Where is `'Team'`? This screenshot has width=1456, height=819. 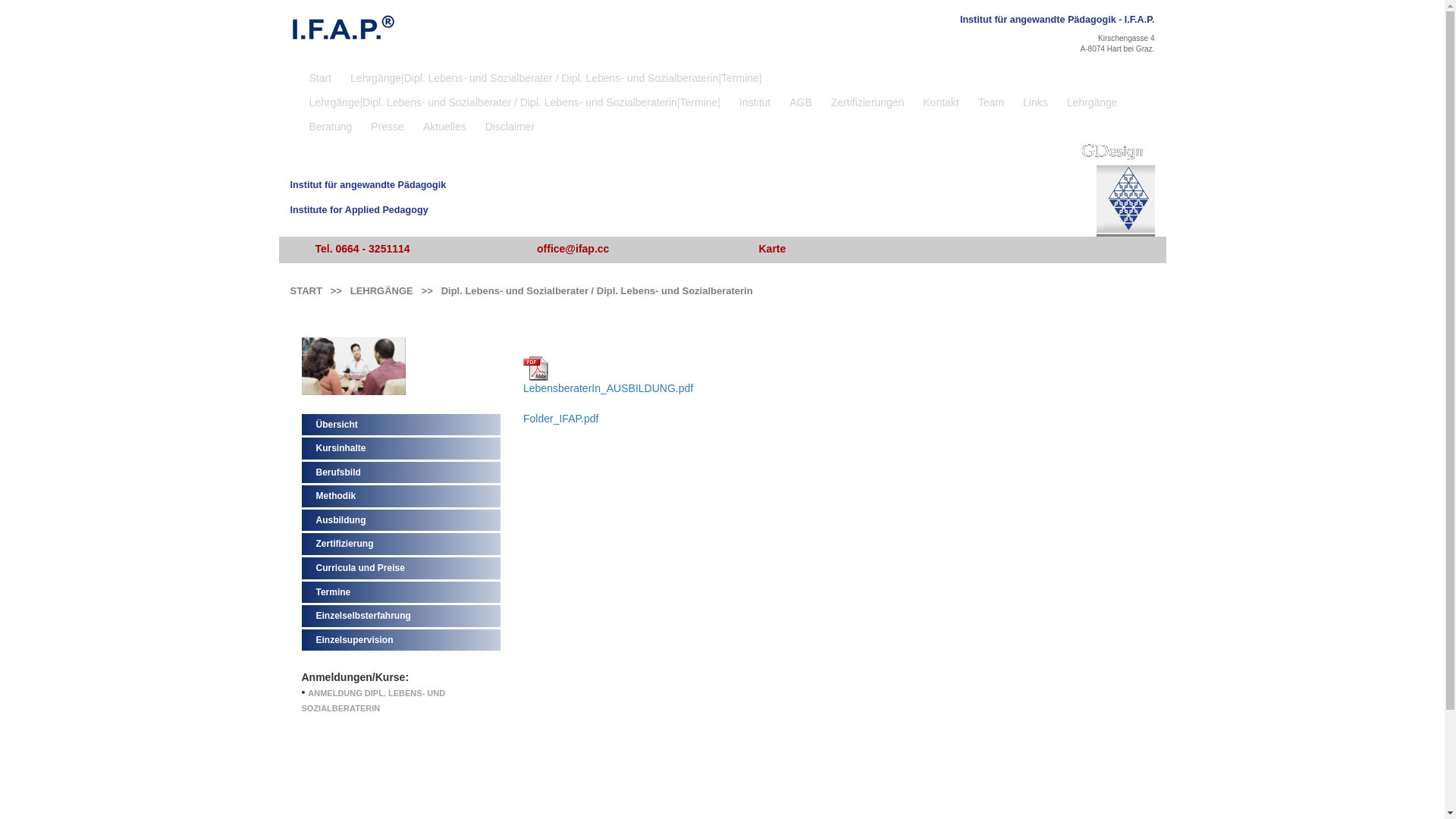
'Team' is located at coordinates (993, 99).